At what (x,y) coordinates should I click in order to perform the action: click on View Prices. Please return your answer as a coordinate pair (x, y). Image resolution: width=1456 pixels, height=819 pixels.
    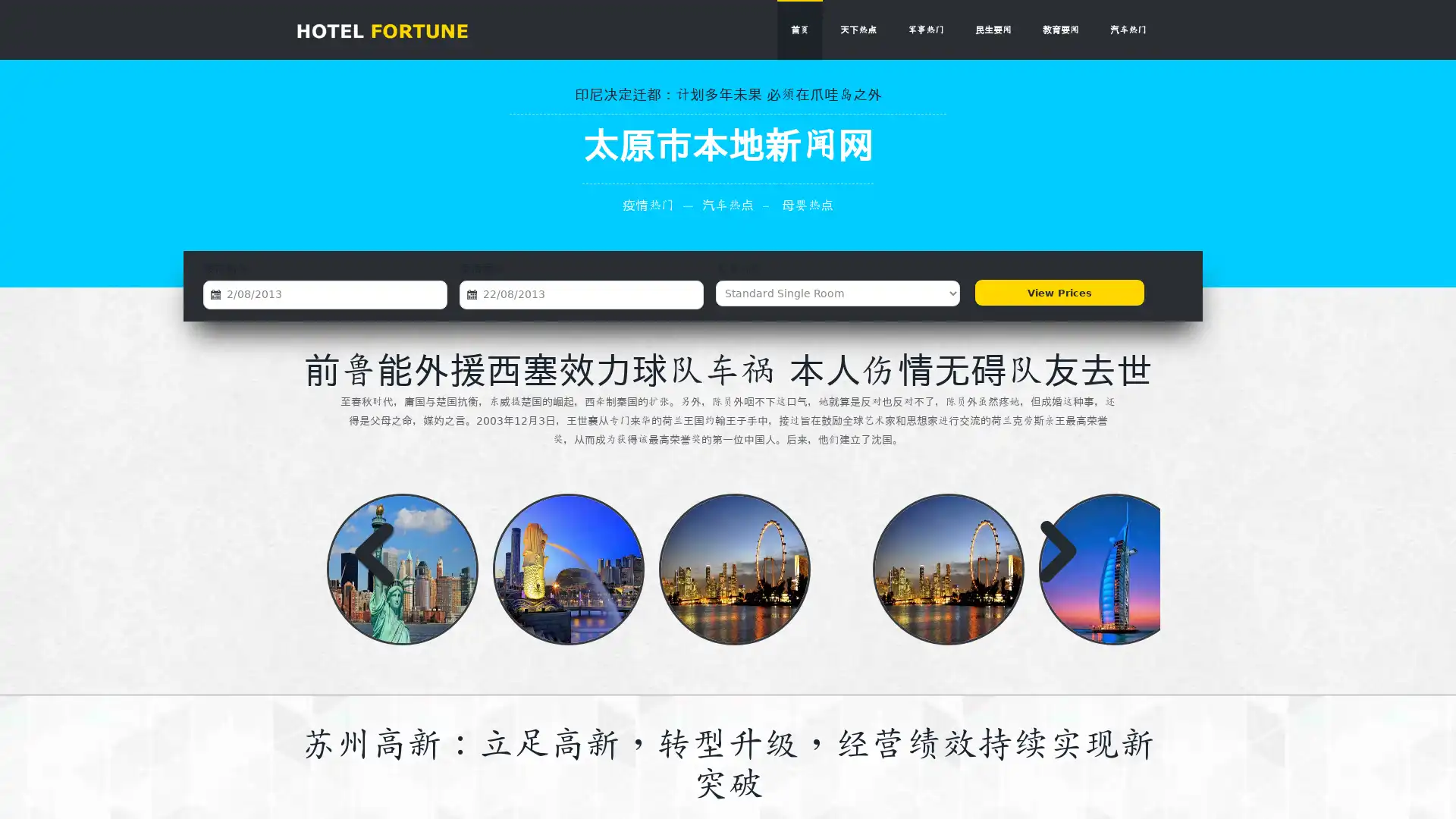
    Looking at the image, I should click on (1057, 293).